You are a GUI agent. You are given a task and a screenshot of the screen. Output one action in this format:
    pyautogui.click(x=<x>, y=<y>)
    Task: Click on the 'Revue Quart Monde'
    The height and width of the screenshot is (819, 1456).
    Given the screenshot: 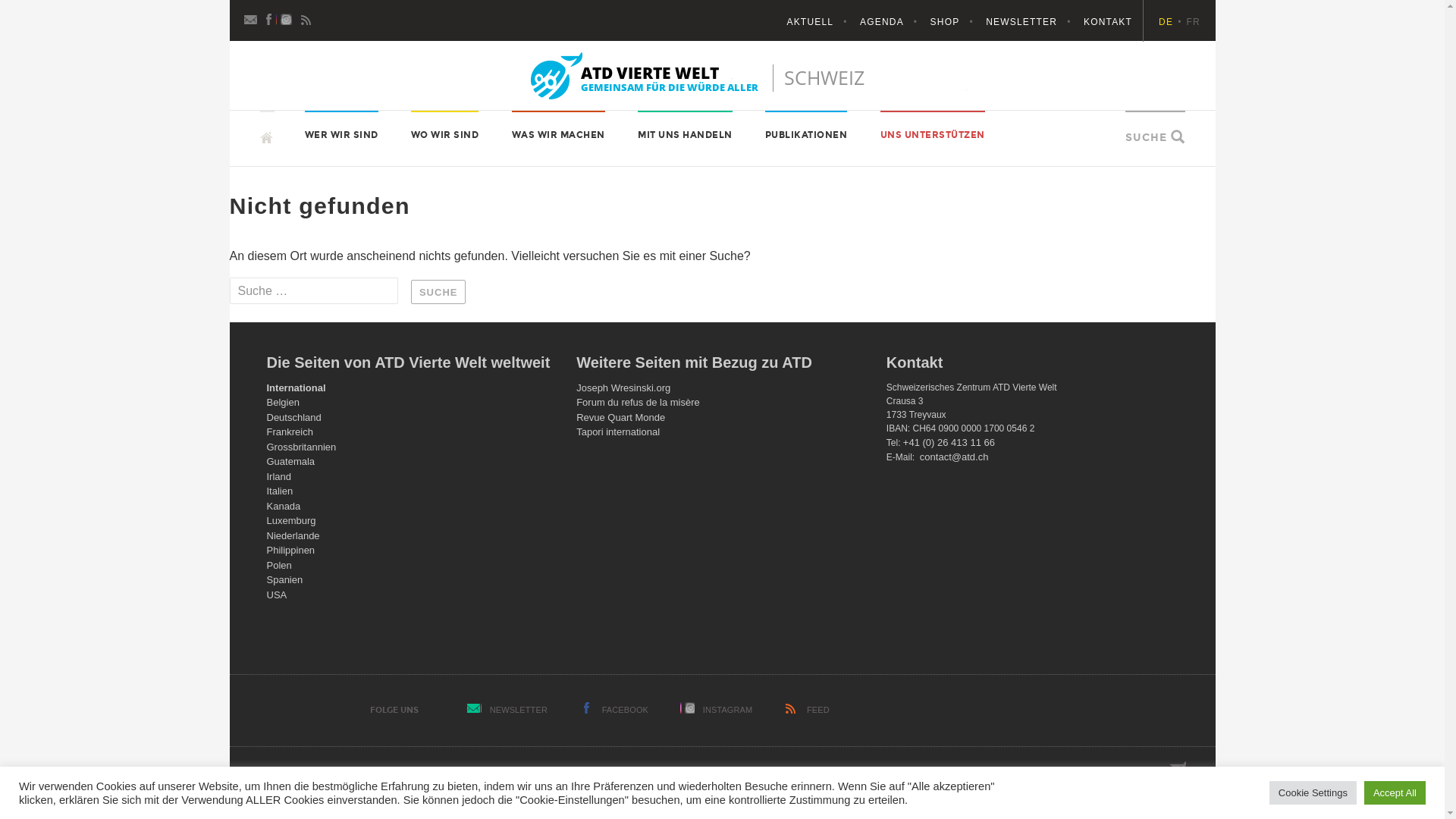 What is the action you would take?
    pyautogui.click(x=620, y=417)
    